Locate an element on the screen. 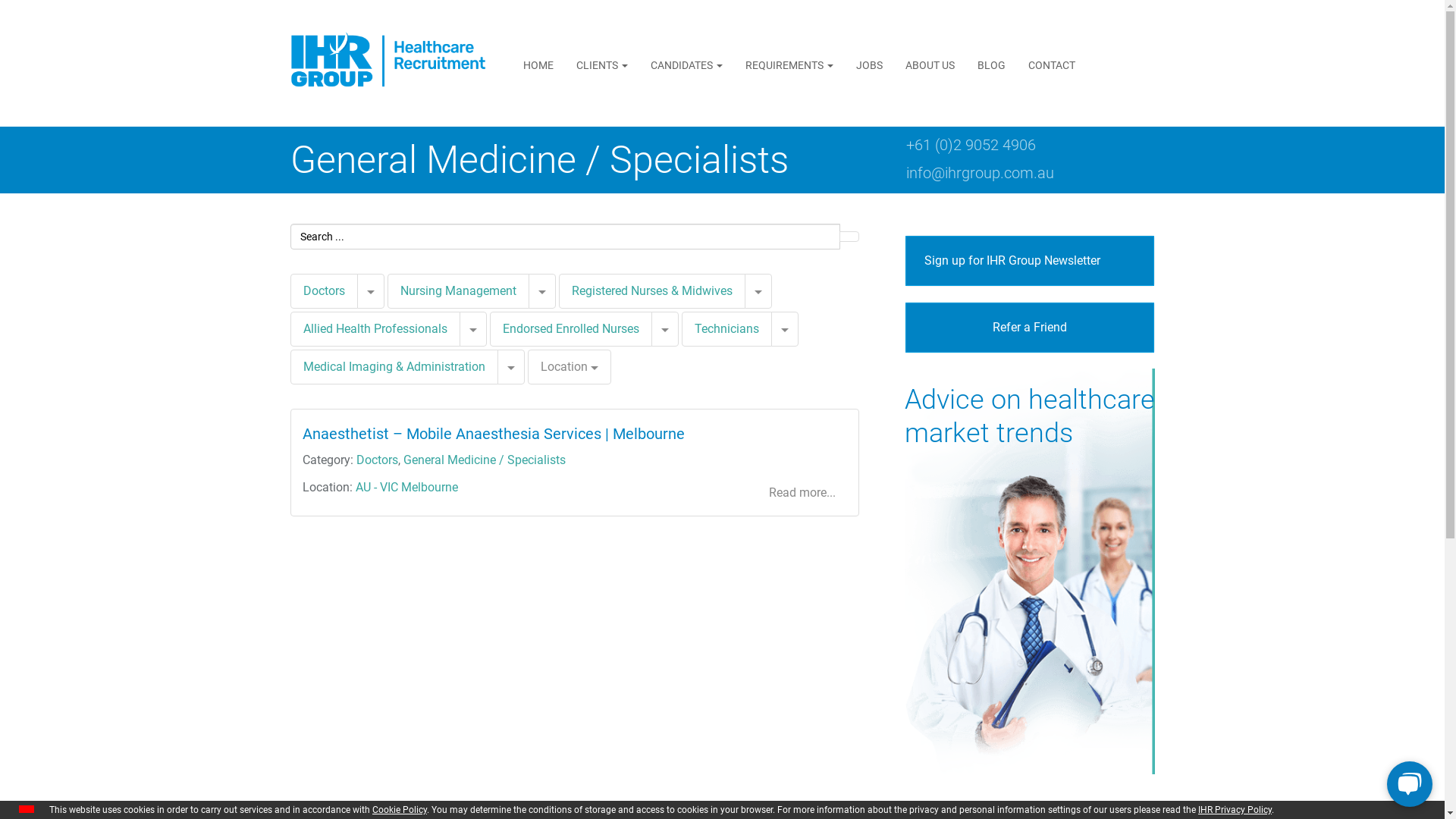  'Read more...' is located at coordinates (801, 493).